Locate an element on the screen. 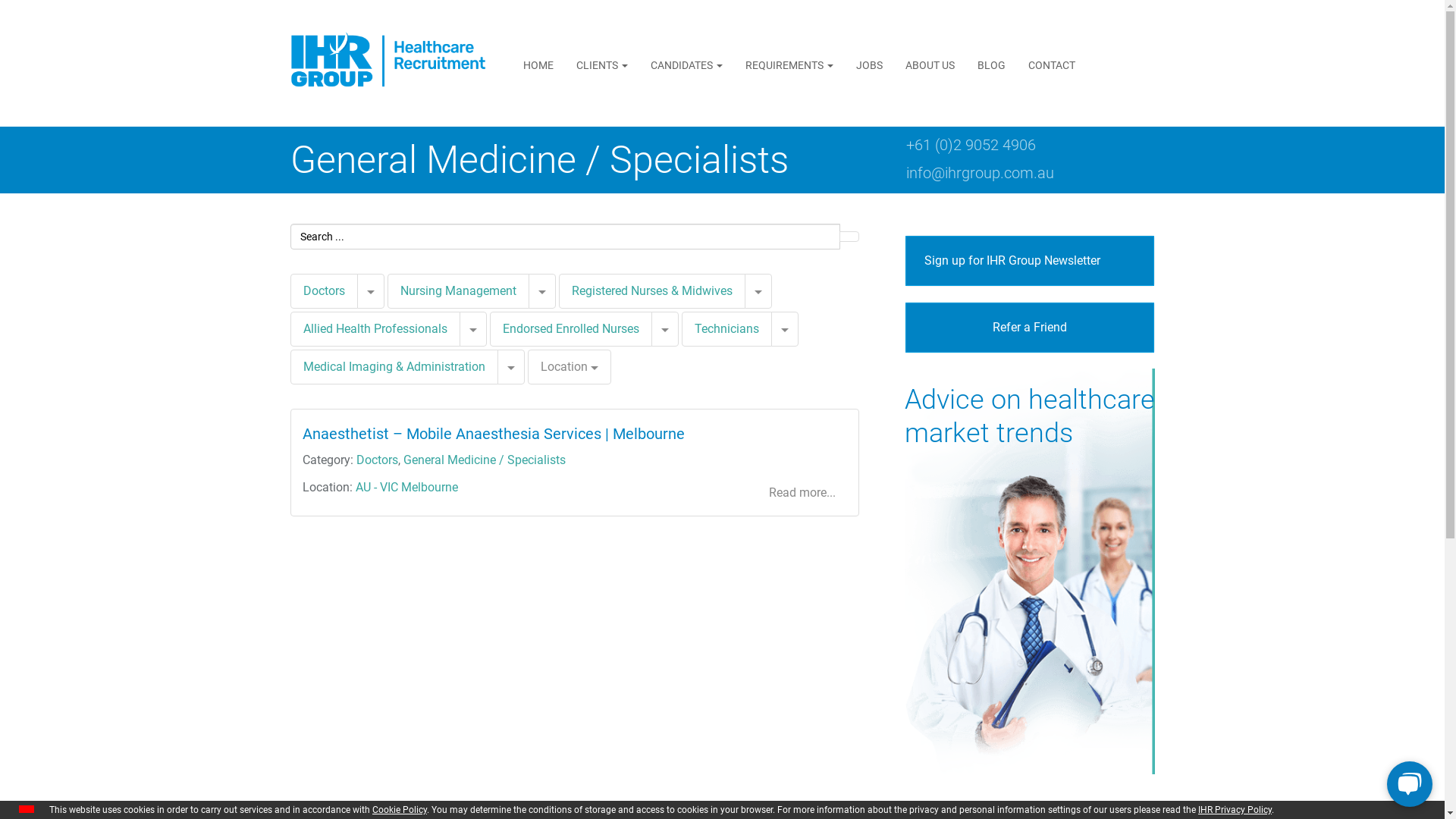  'Read more...' is located at coordinates (801, 493).